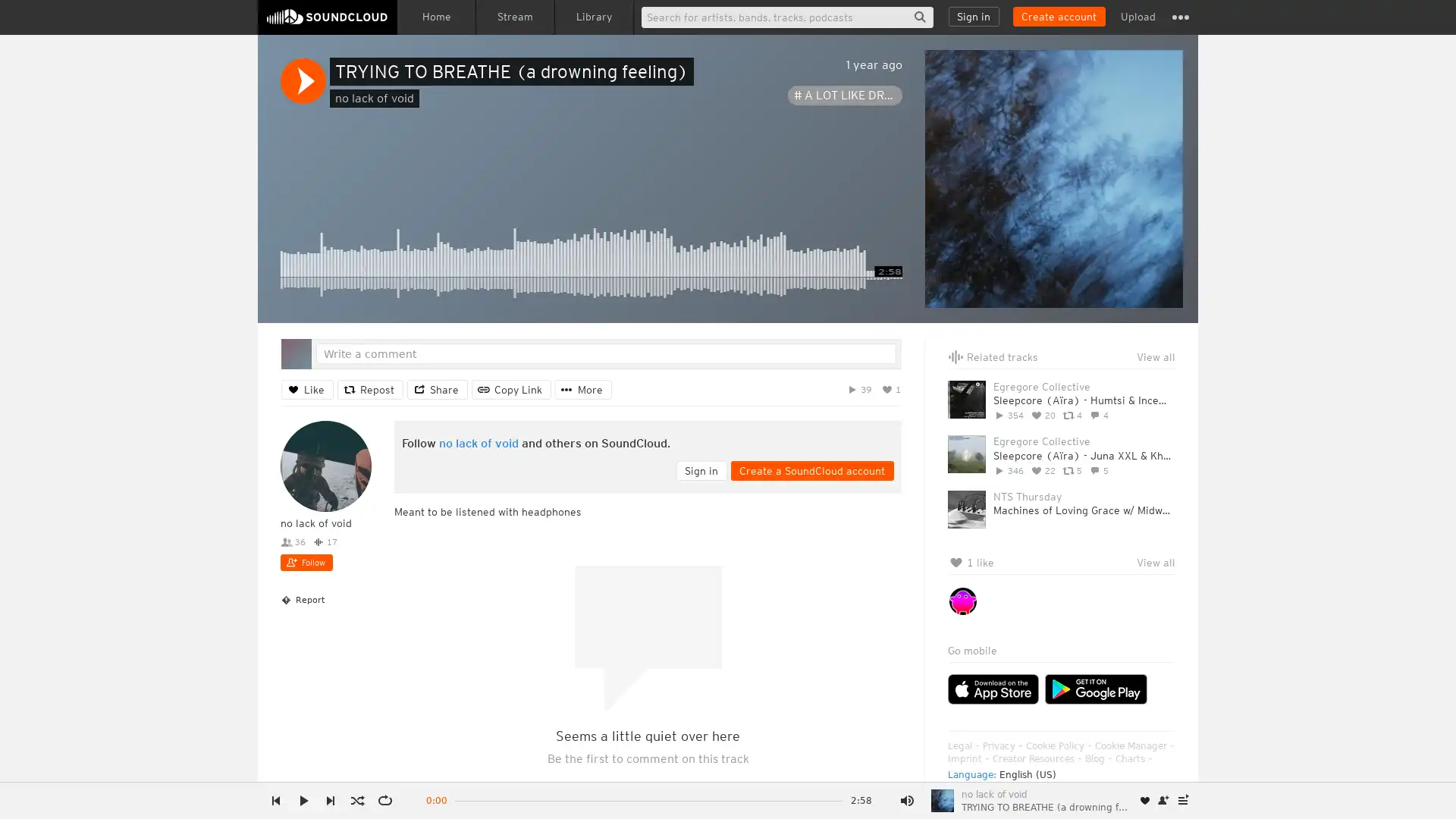 This screenshot has width=1456, height=819. I want to click on Follow, so click(1163, 800).